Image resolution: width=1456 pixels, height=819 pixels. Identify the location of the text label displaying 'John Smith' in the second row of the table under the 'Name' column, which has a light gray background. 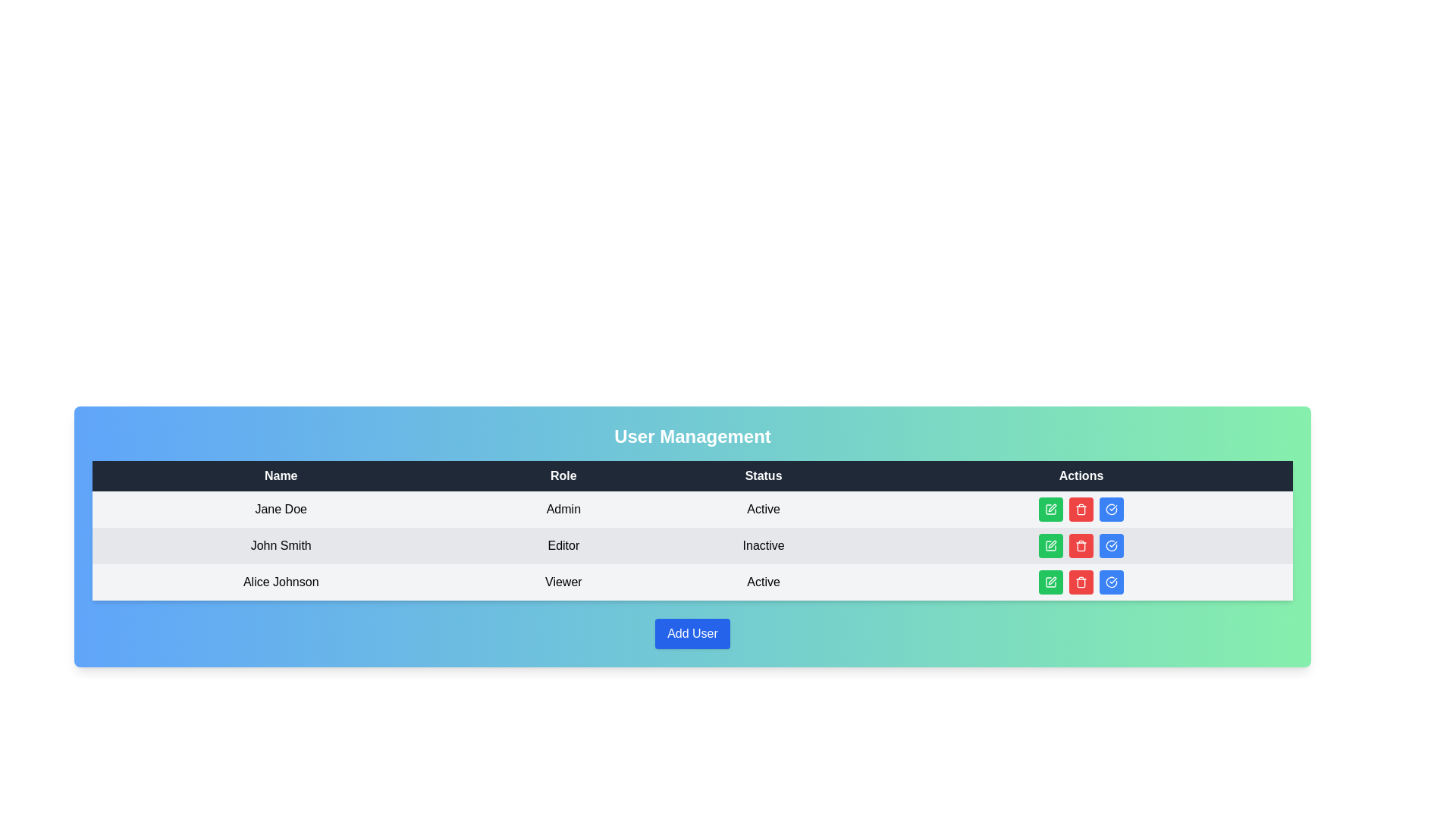
(281, 546).